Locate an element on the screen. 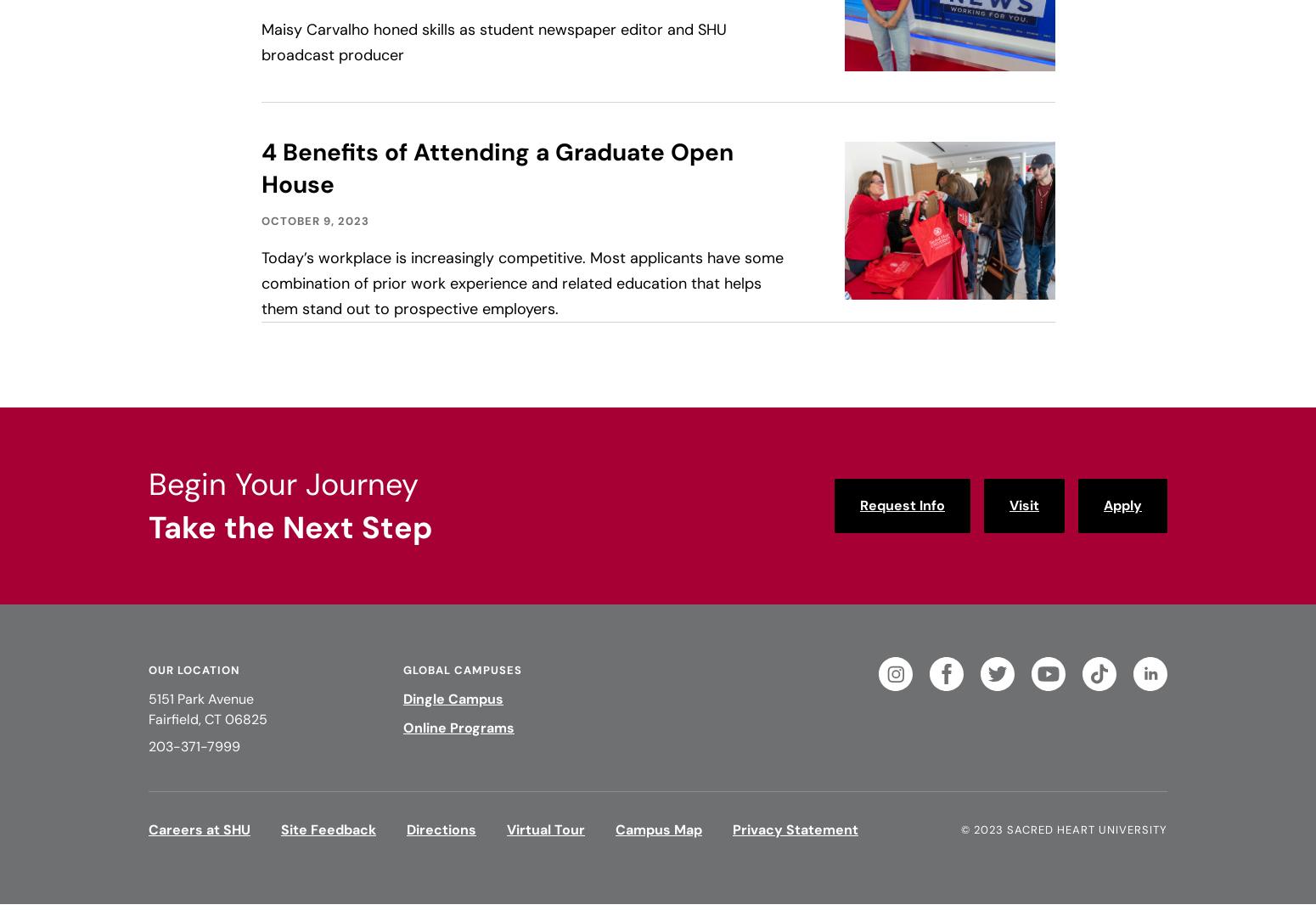  '4 Benefits of Attending a Graduate Open House' is located at coordinates (496, 168).